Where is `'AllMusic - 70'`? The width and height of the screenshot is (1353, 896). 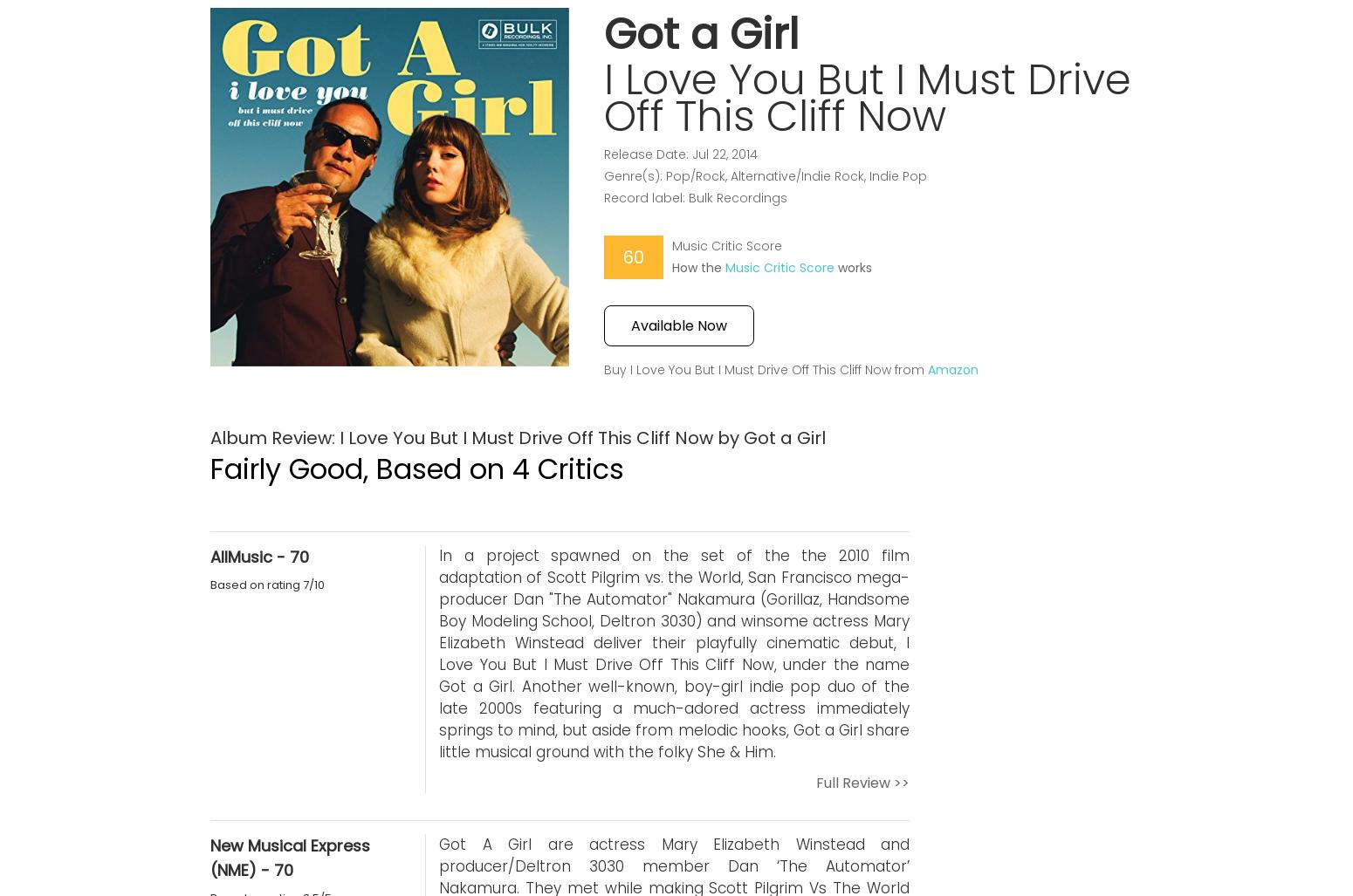 'AllMusic - 70' is located at coordinates (259, 555).